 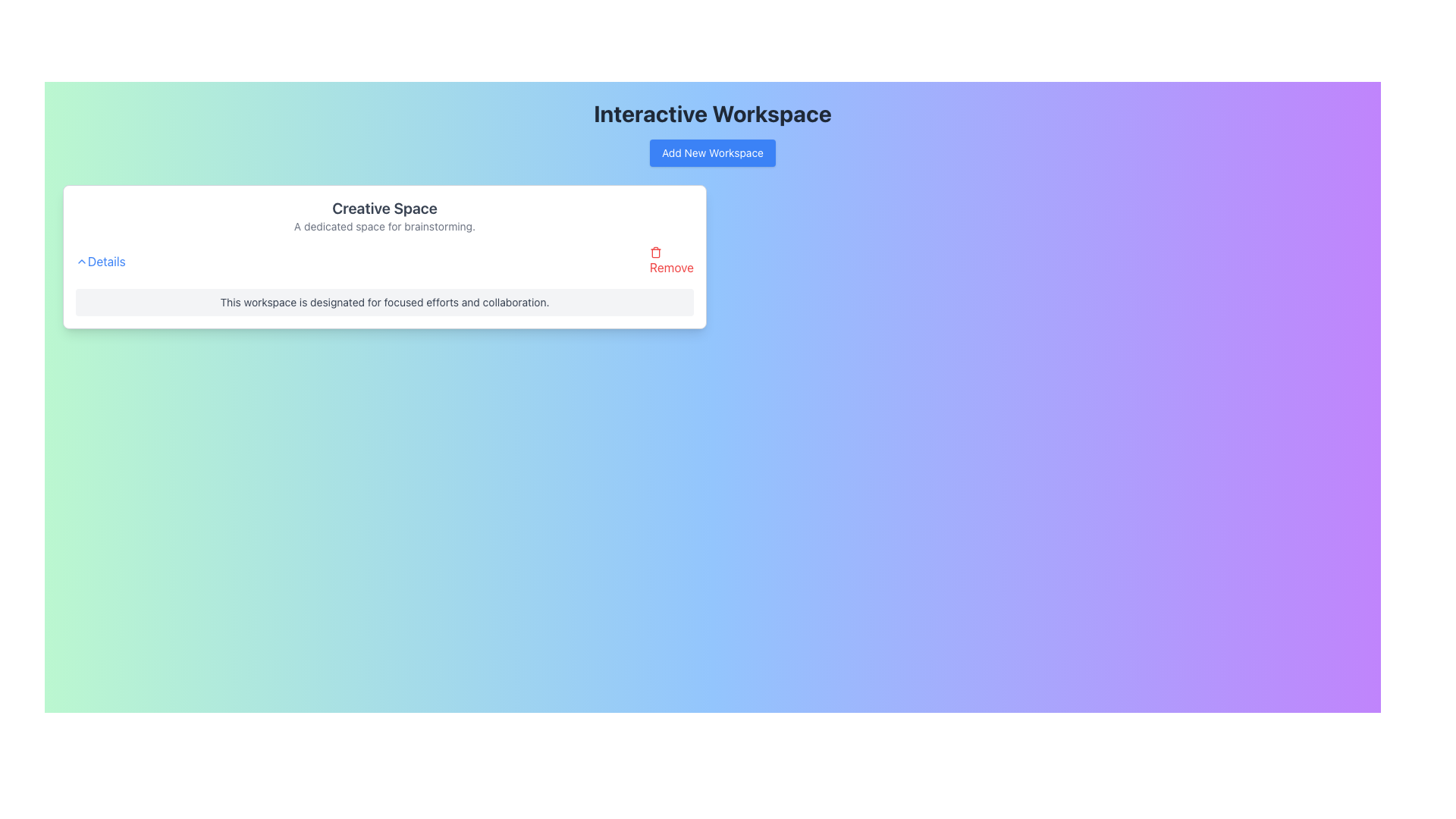 What do you see at coordinates (712, 152) in the screenshot?
I see `the button located beneath the 'Interactive Workspace' header` at bounding box center [712, 152].